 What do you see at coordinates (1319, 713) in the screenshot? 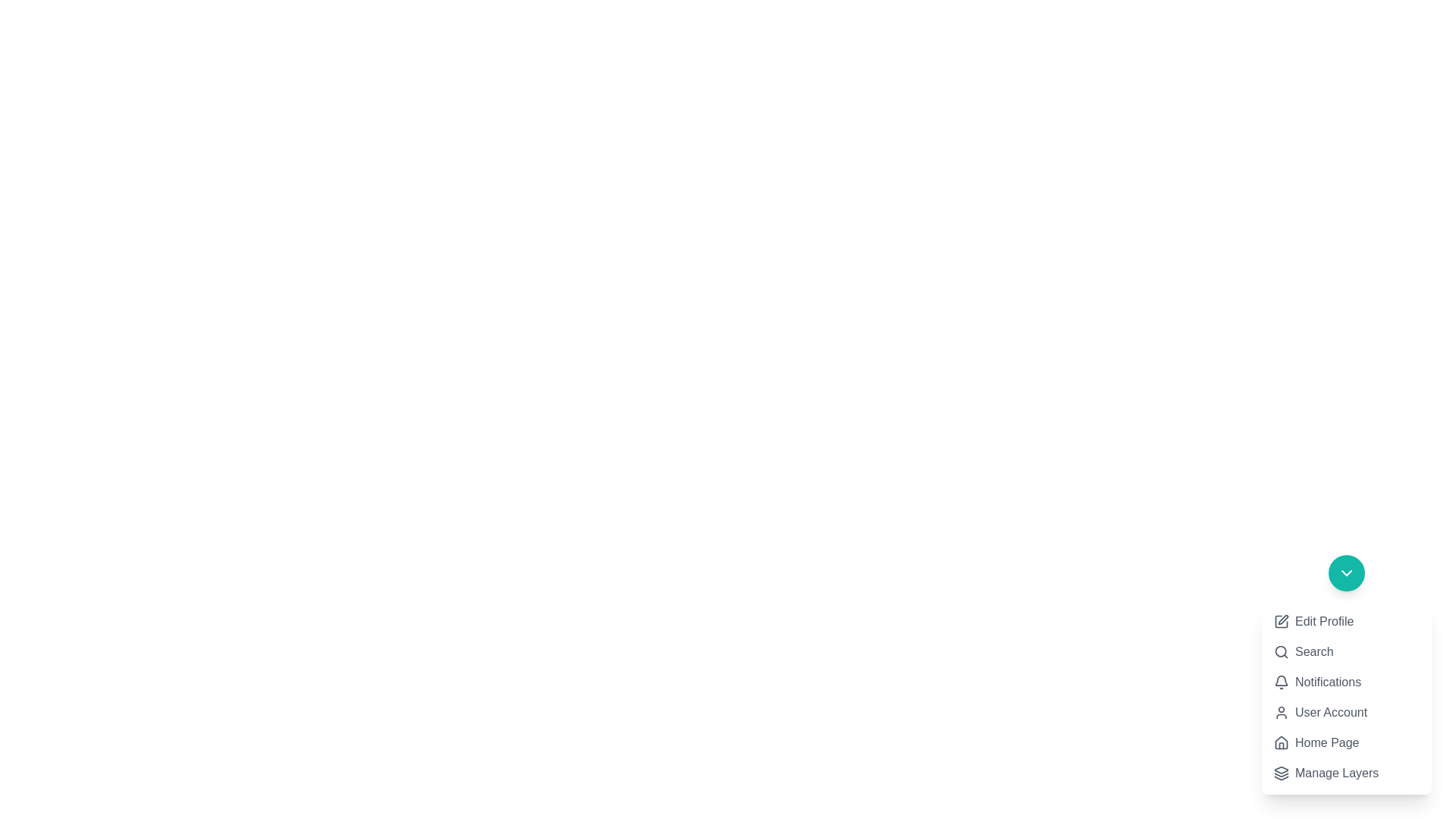
I see `the 'User Account' button in the dropdown menu` at bounding box center [1319, 713].